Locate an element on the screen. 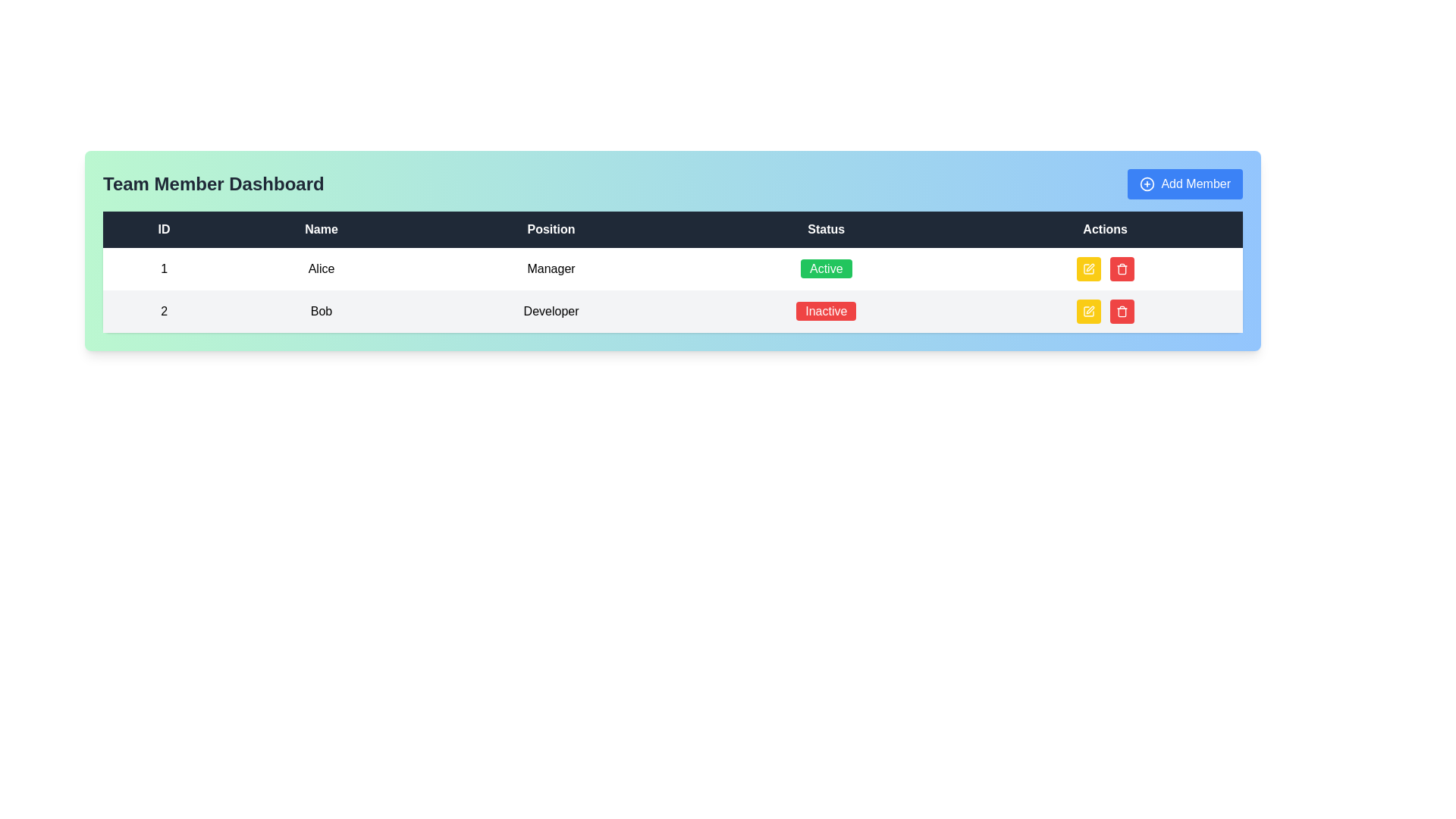  the pen icon embedded in the yellow circular button located in the 'Actions' column of the second row of the table is located at coordinates (1089, 267).